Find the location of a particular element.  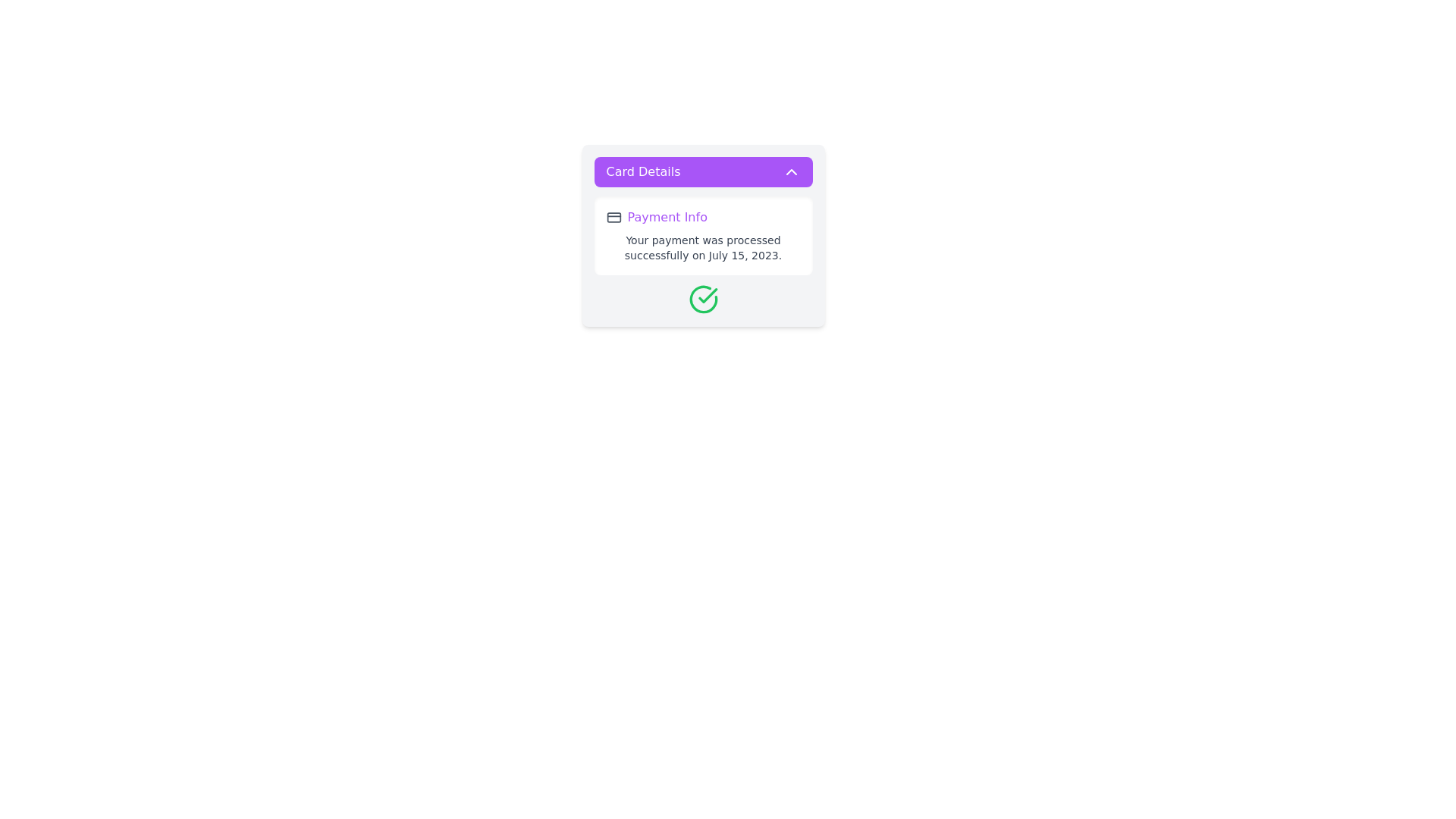

the payment confirmation icon that indicates successful completion of the payment process, located below the payment confirmation details text within a light gray card is located at coordinates (702, 299).